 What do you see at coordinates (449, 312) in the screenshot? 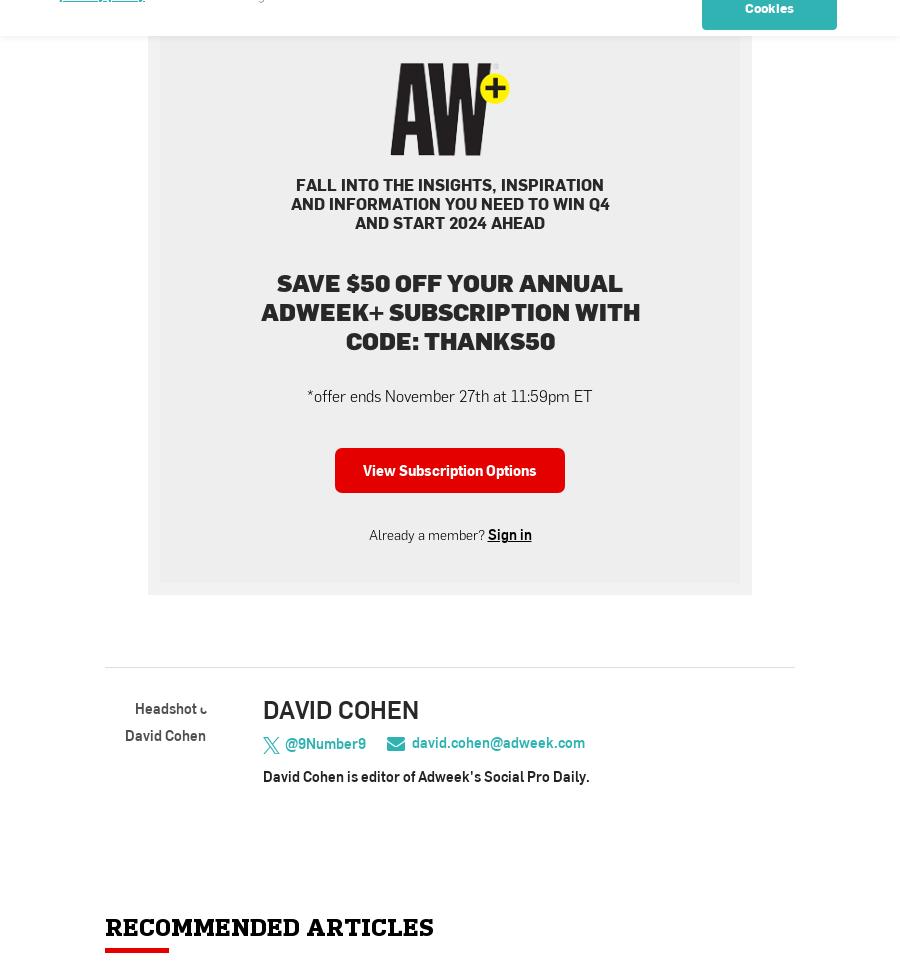
I see `'Save $50 off your annual Adweek+ subscription with code: THANKS50'` at bounding box center [449, 312].